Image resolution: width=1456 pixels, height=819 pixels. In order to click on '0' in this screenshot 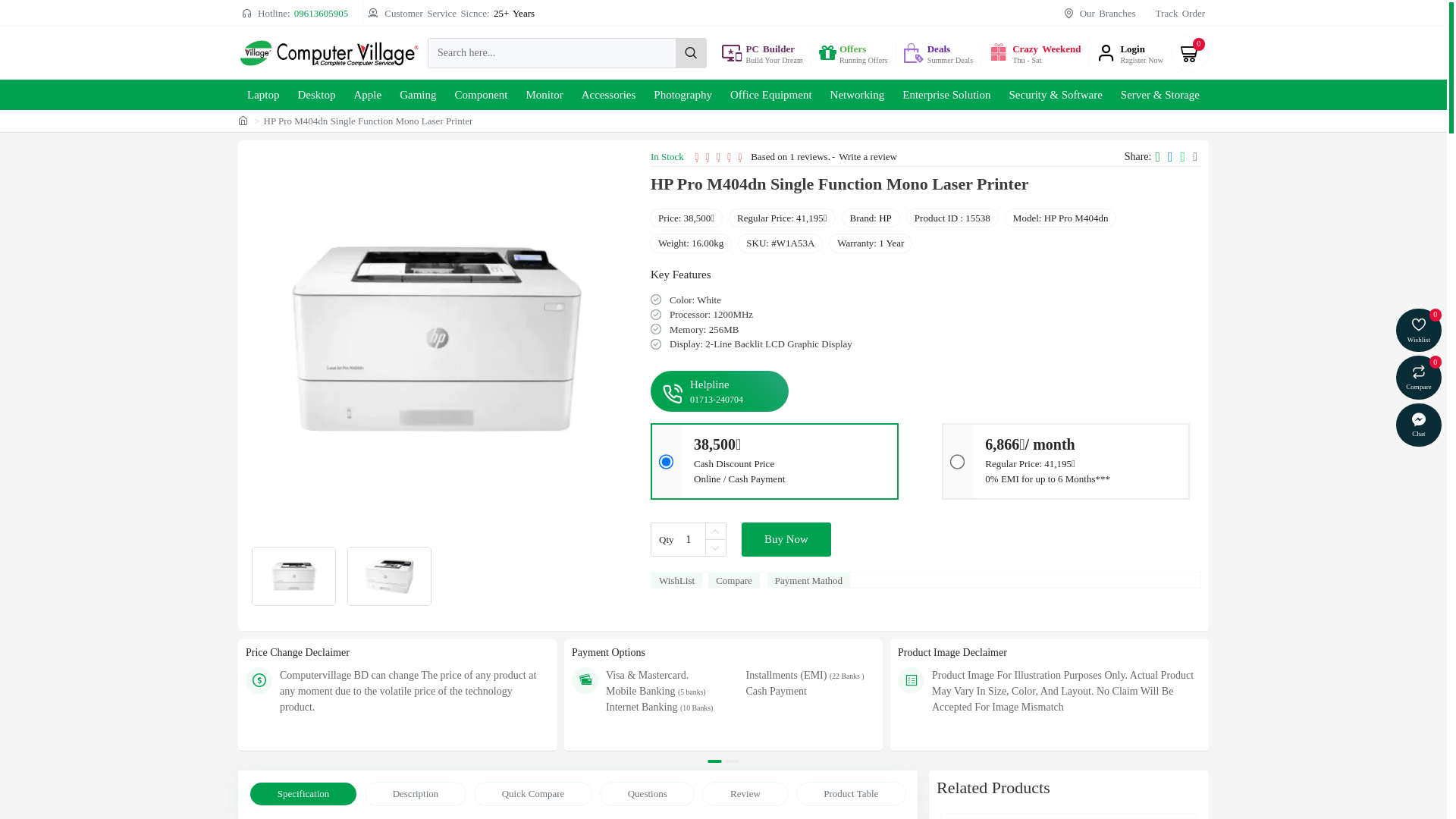, I will do `click(1189, 52)`.